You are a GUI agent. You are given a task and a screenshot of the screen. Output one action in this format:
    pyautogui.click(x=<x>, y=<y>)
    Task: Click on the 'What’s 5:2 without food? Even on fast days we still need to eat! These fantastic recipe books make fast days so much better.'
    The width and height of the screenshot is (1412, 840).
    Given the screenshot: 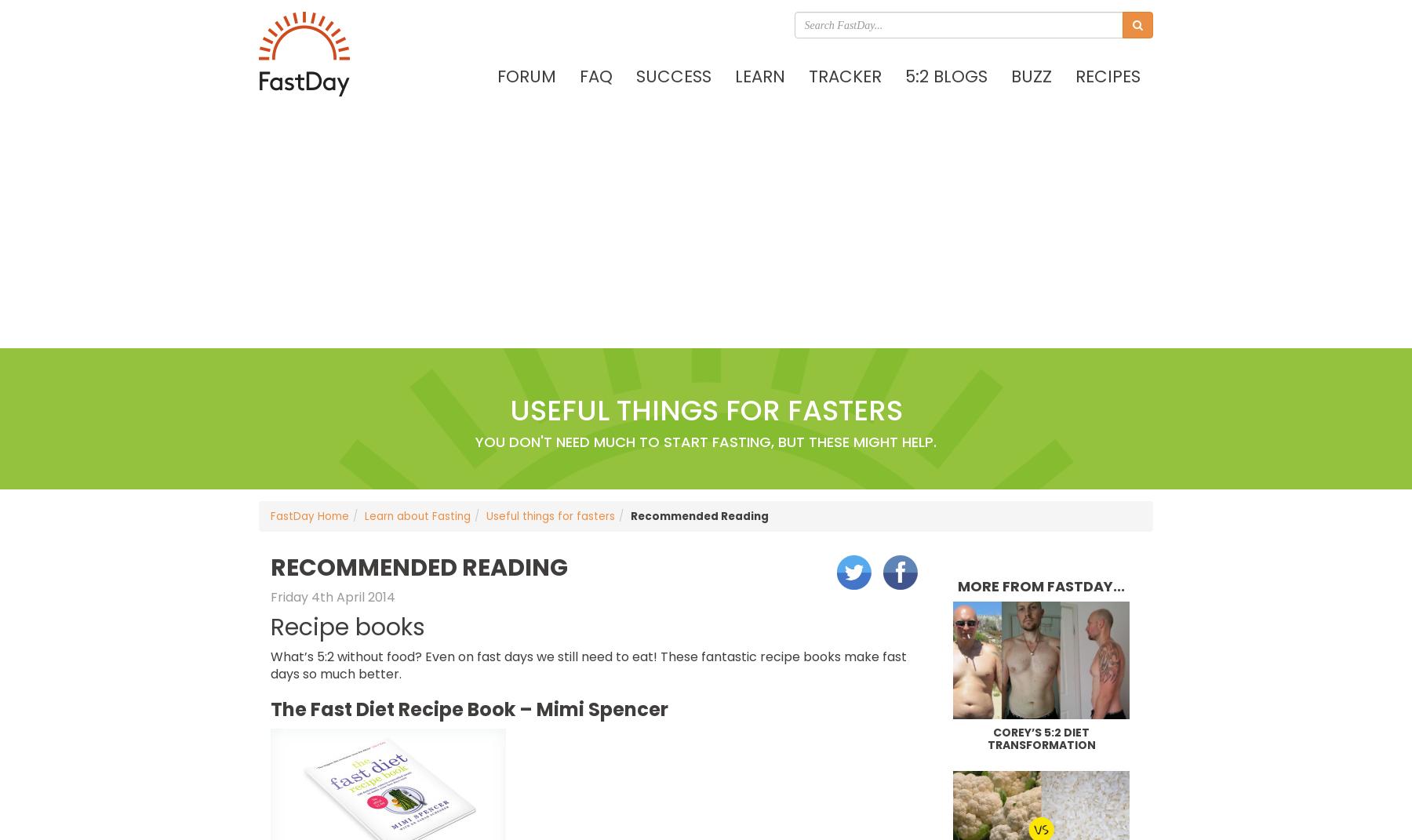 What is the action you would take?
    pyautogui.click(x=588, y=665)
    